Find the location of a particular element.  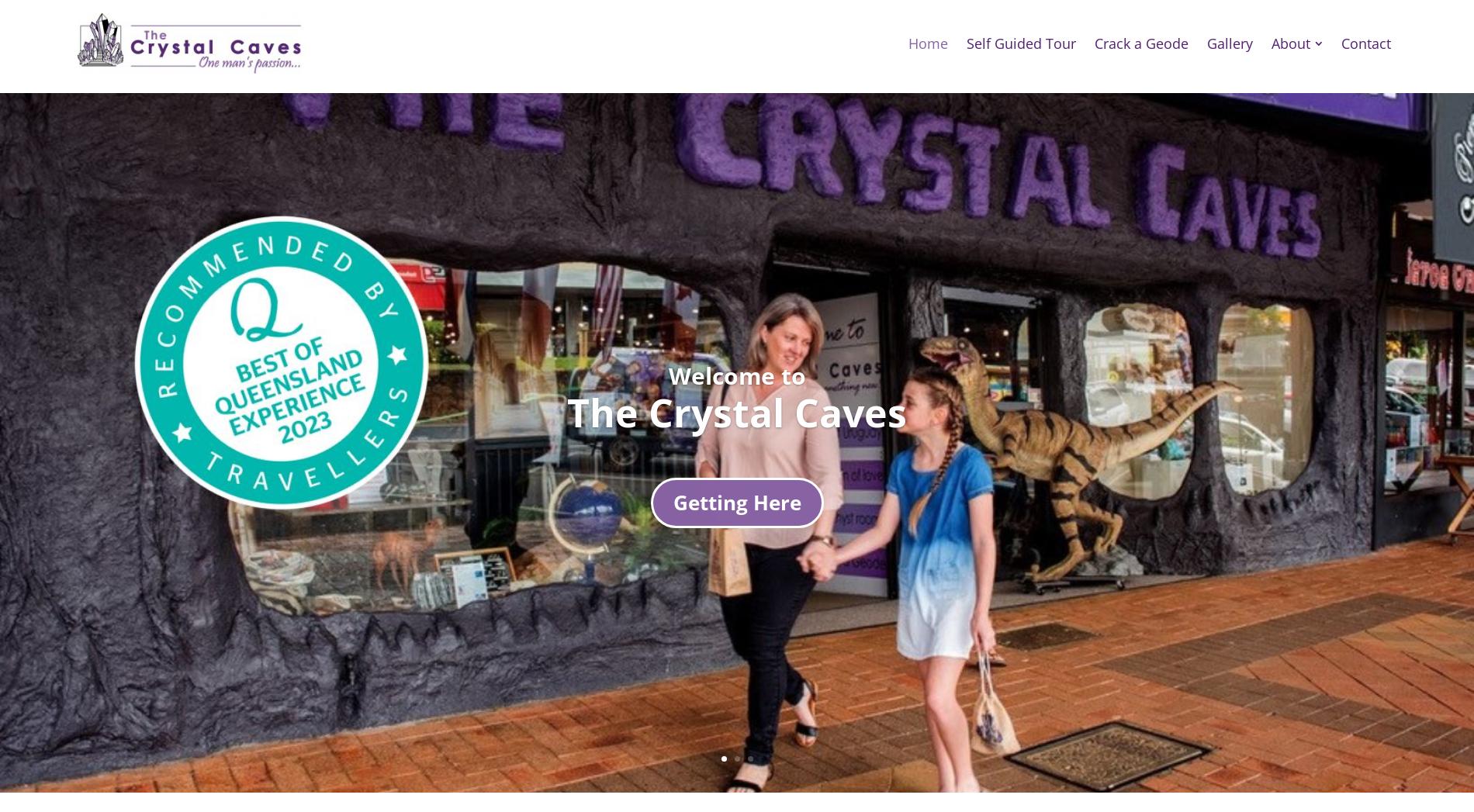

'Self Guided Tour' is located at coordinates (966, 50).